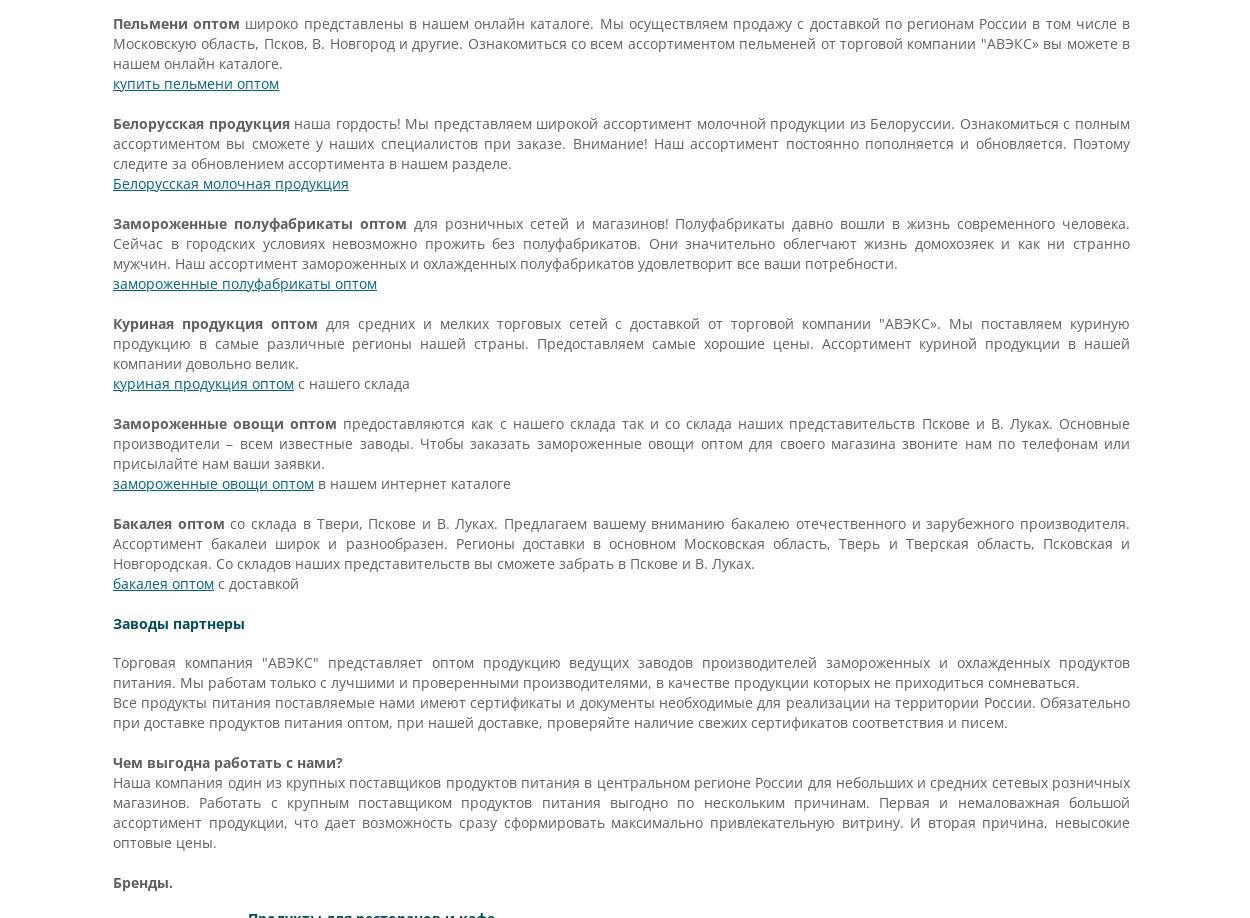 Image resolution: width=1250 pixels, height=918 pixels. I want to click on 'со склада в Твери, Пскове и В. Луках. Предлагаем вашему вниманию бакалею отечественного и зарубежного производителя. Ассортимент бакалеи широк и разнообразен. Регионы доставки в основном Московская область, Тверь и Тверская область, Псковская и Новгородская. Со складов наших представительств вы сможете забрать в Пскове и В. Луках.', so click(620, 542).